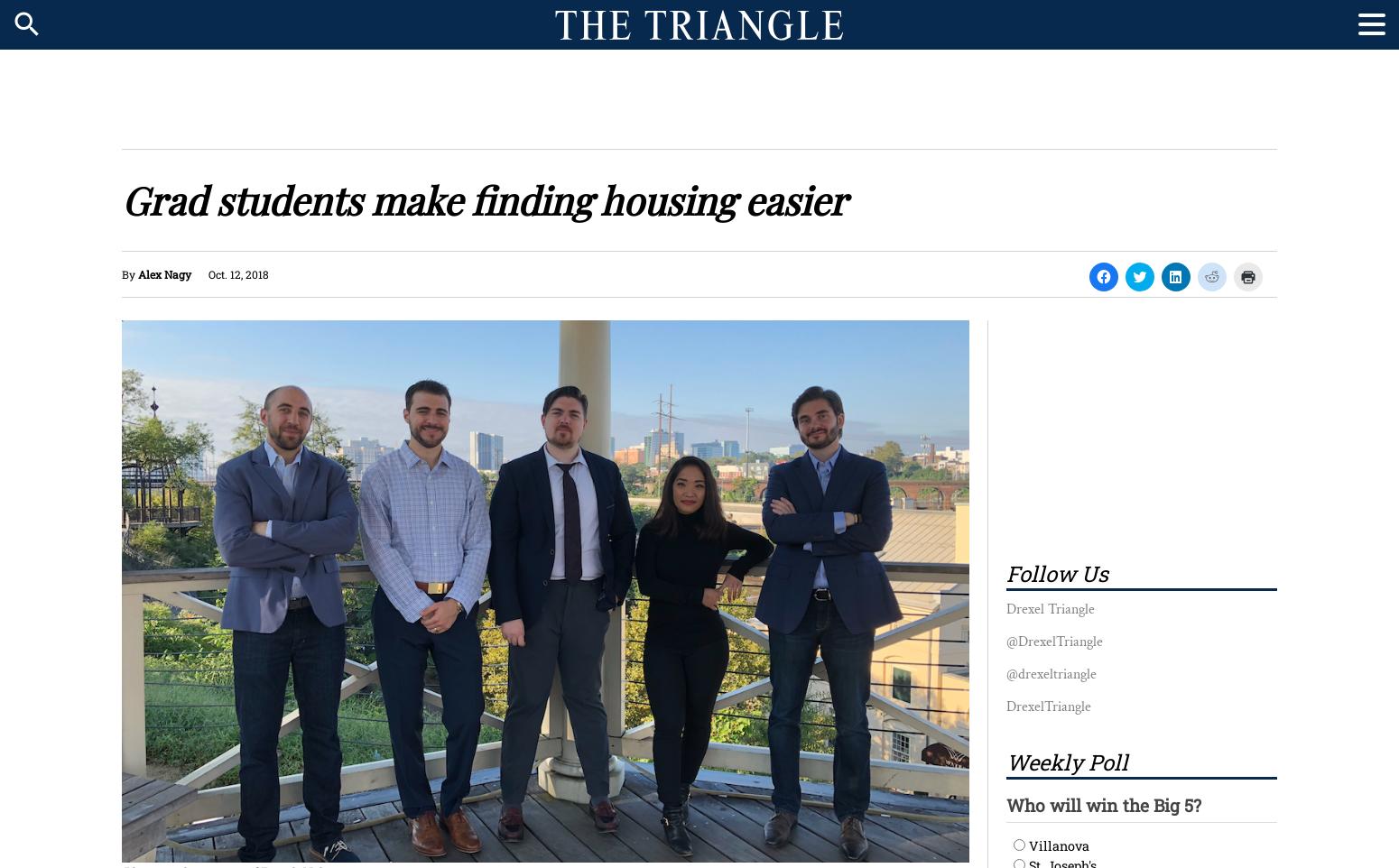 Image resolution: width=1399 pixels, height=868 pixels. I want to click on 'search', so click(26, 23).